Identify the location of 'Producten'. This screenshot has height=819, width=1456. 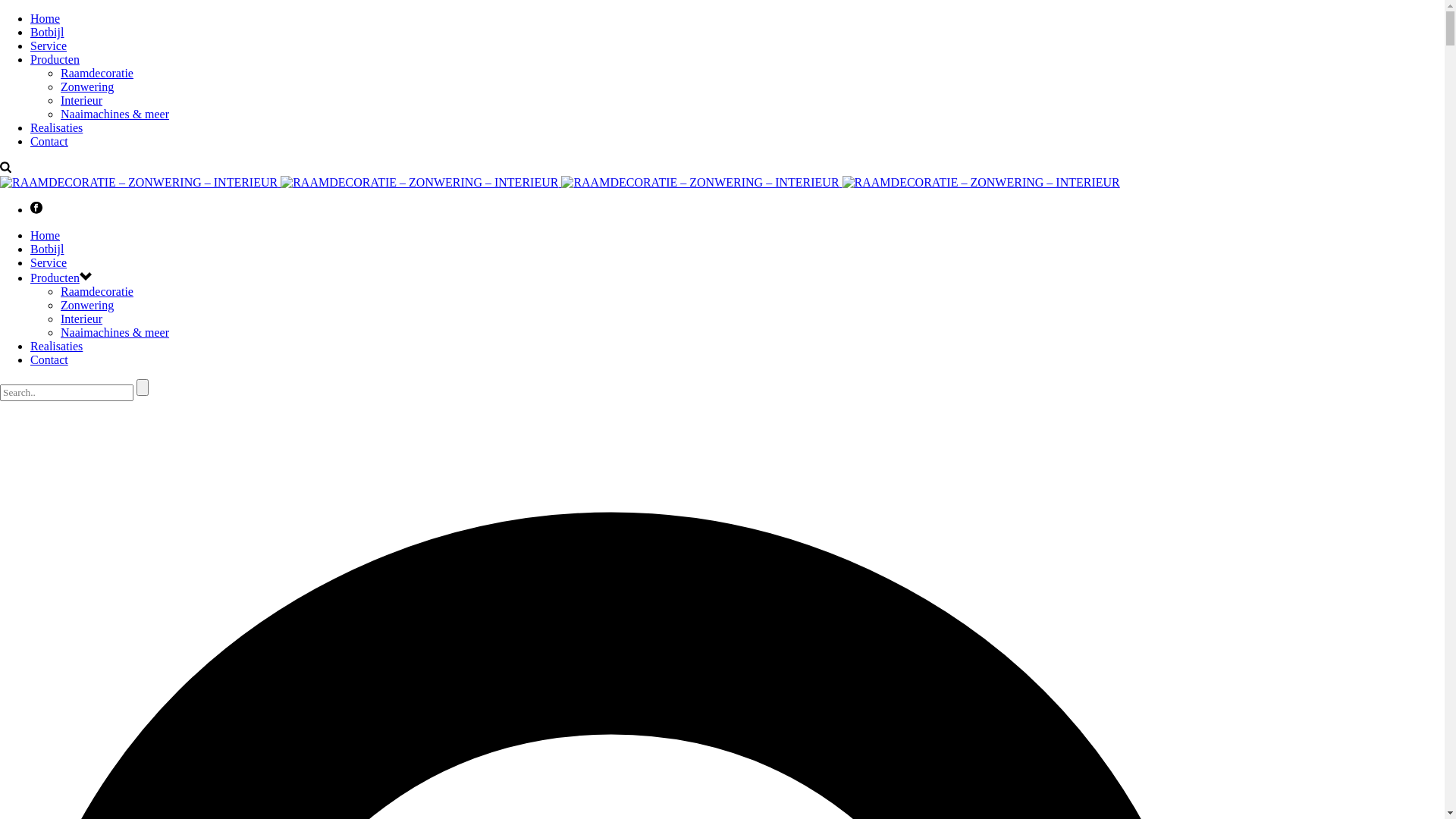
(55, 278).